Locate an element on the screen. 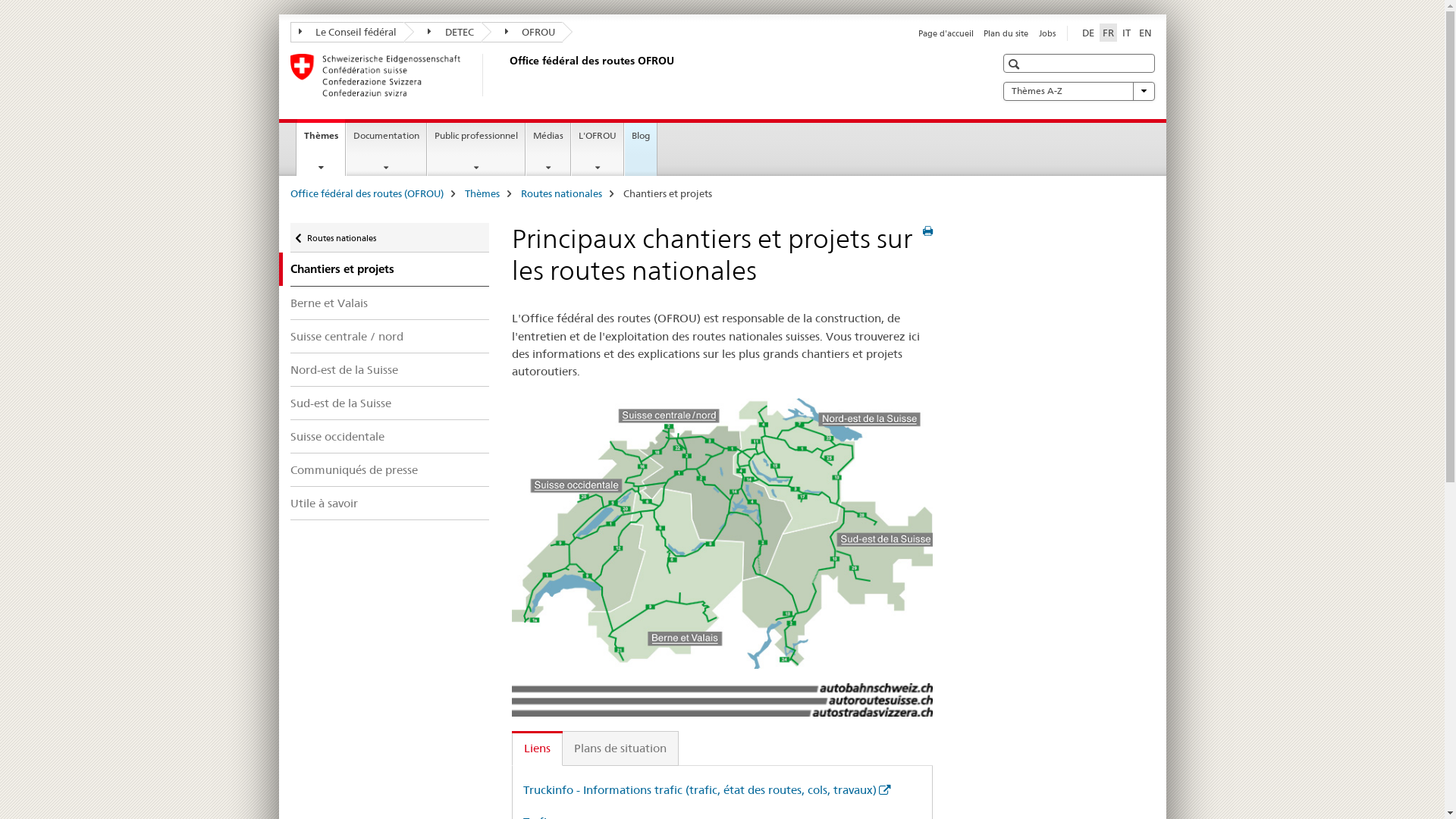  'Routes nationales' is located at coordinates (560, 192).